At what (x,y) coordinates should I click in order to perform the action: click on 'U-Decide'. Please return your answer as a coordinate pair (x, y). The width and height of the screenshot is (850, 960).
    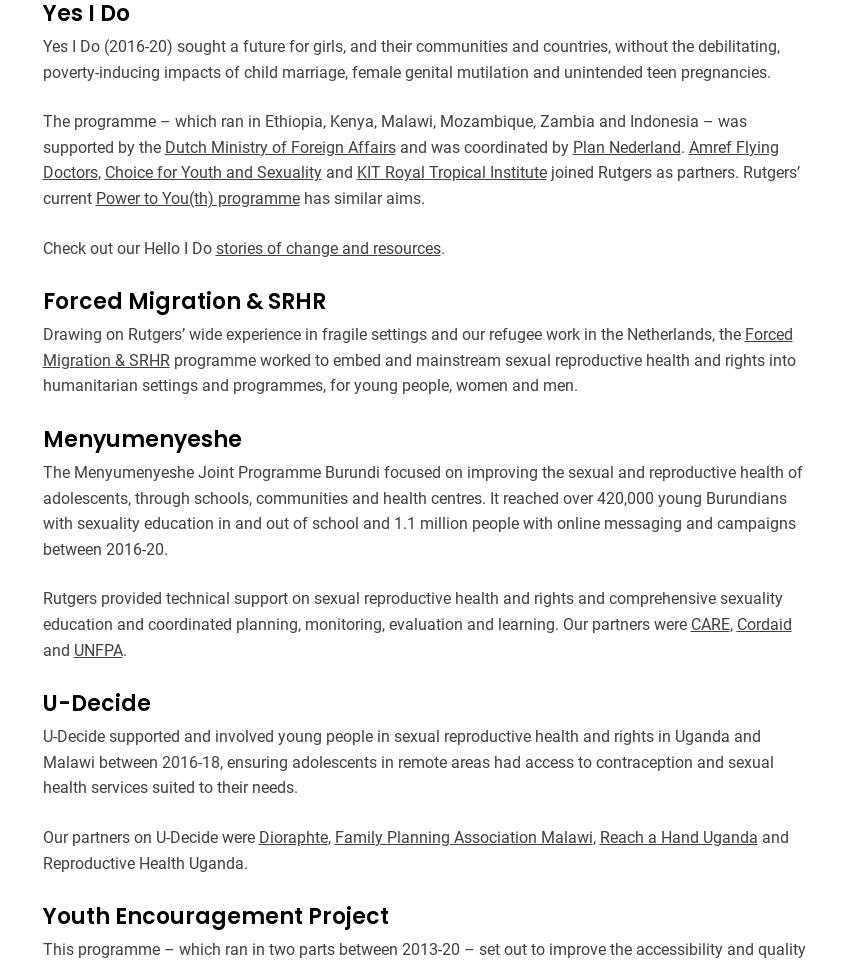
    Looking at the image, I should click on (40, 703).